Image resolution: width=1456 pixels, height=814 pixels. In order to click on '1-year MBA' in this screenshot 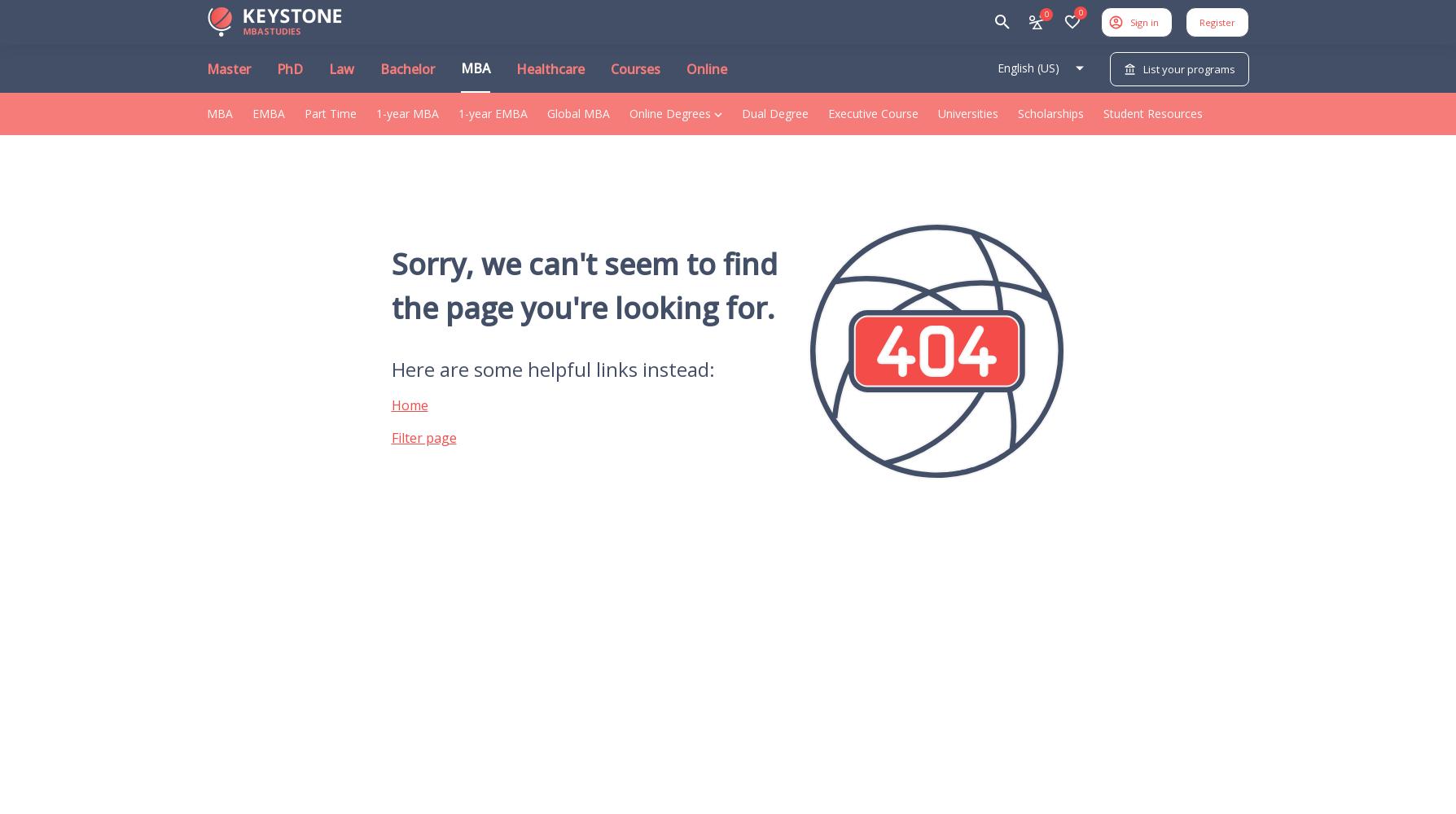, I will do `click(407, 113)`.